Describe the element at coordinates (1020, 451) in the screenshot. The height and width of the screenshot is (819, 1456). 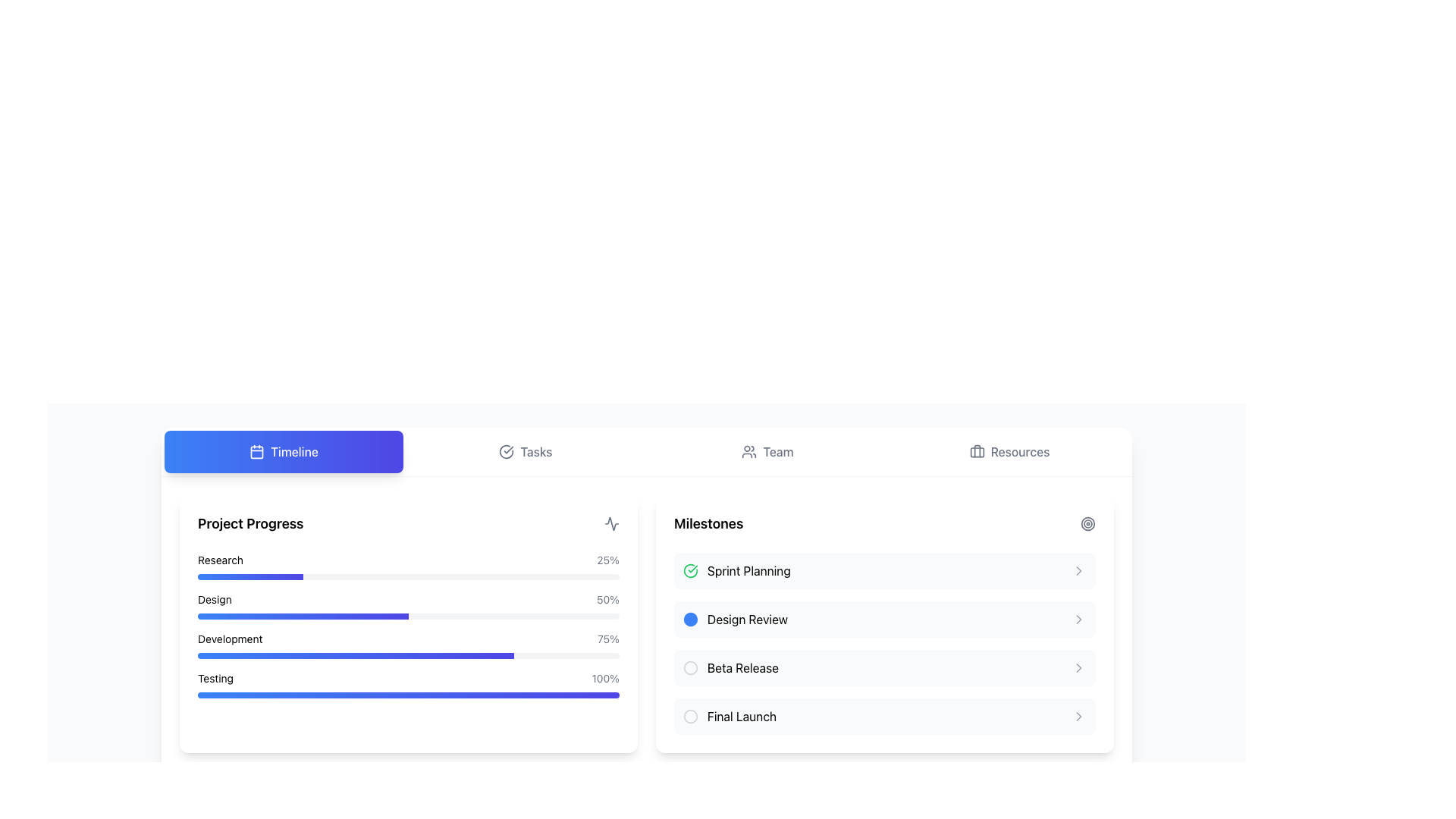
I see `the 'Resources' text label in the horizontal navigation bar, which is styled with medium font weight and gray color, located next to a briefcase icon` at that location.